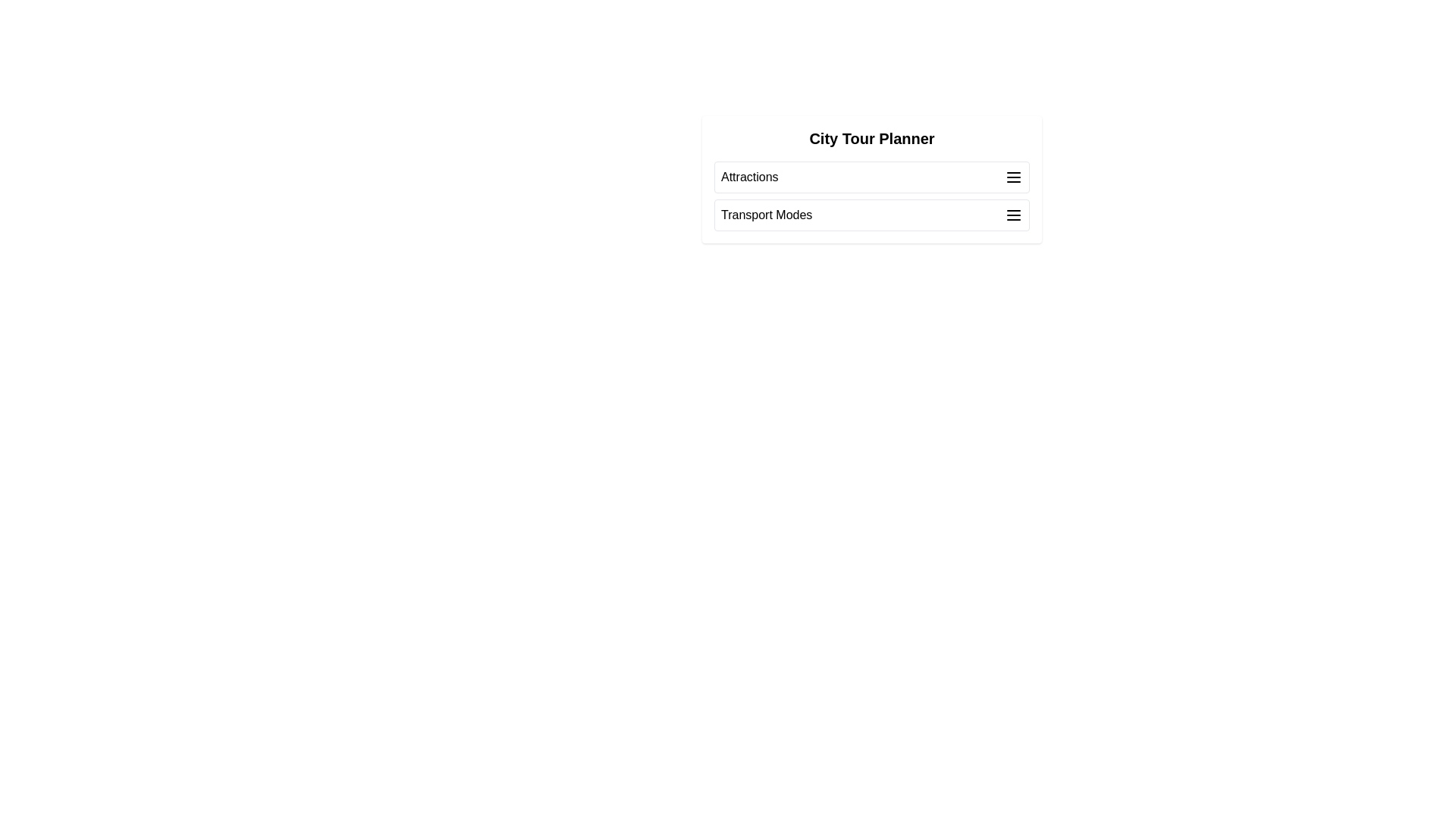 The image size is (1456, 819). Describe the element at coordinates (1014, 215) in the screenshot. I see `the triple-line menu icon located at the far-right side of the 'Transport Modes' row` at that location.